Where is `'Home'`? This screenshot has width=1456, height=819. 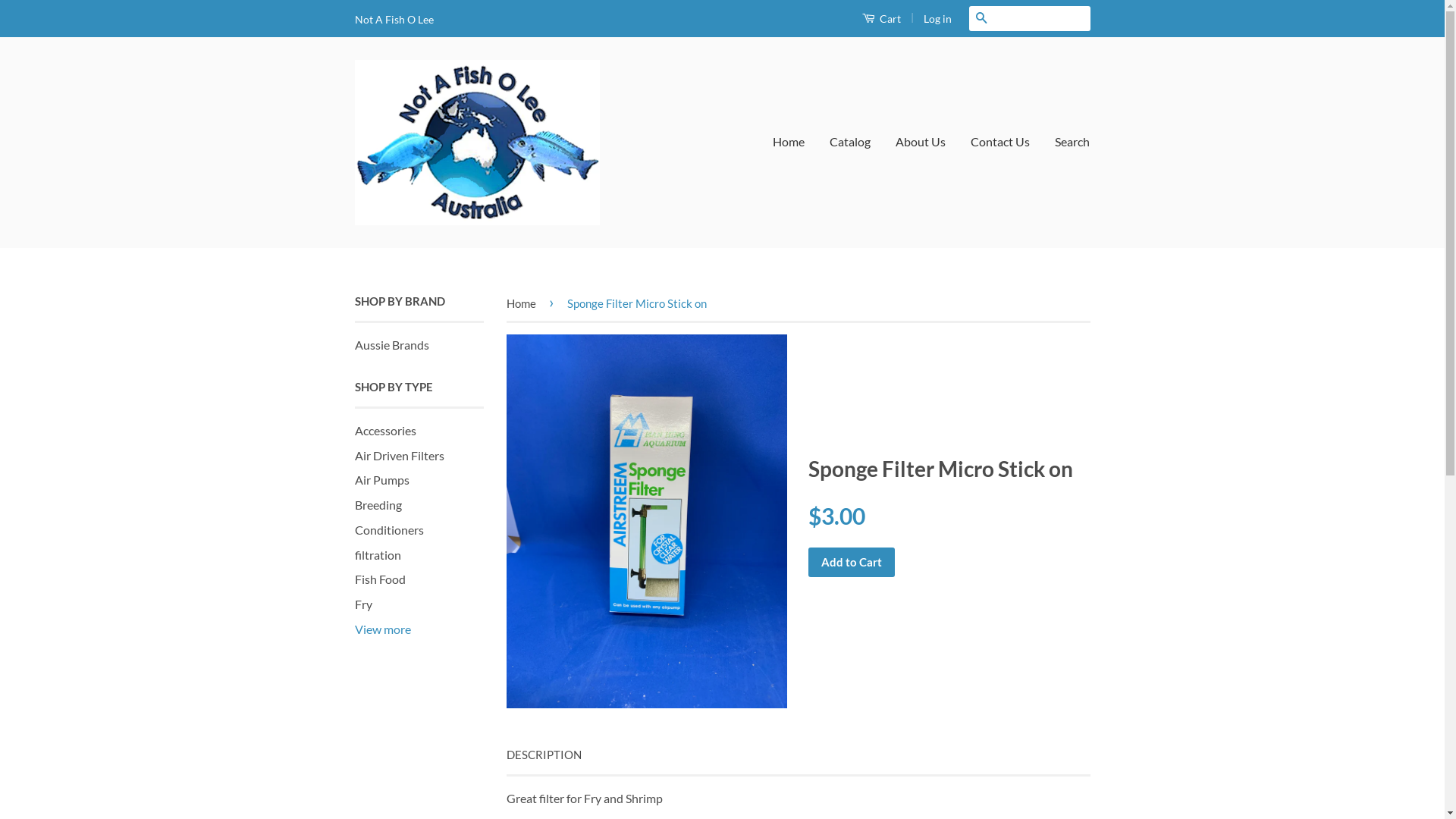
'Home' is located at coordinates (793, 142).